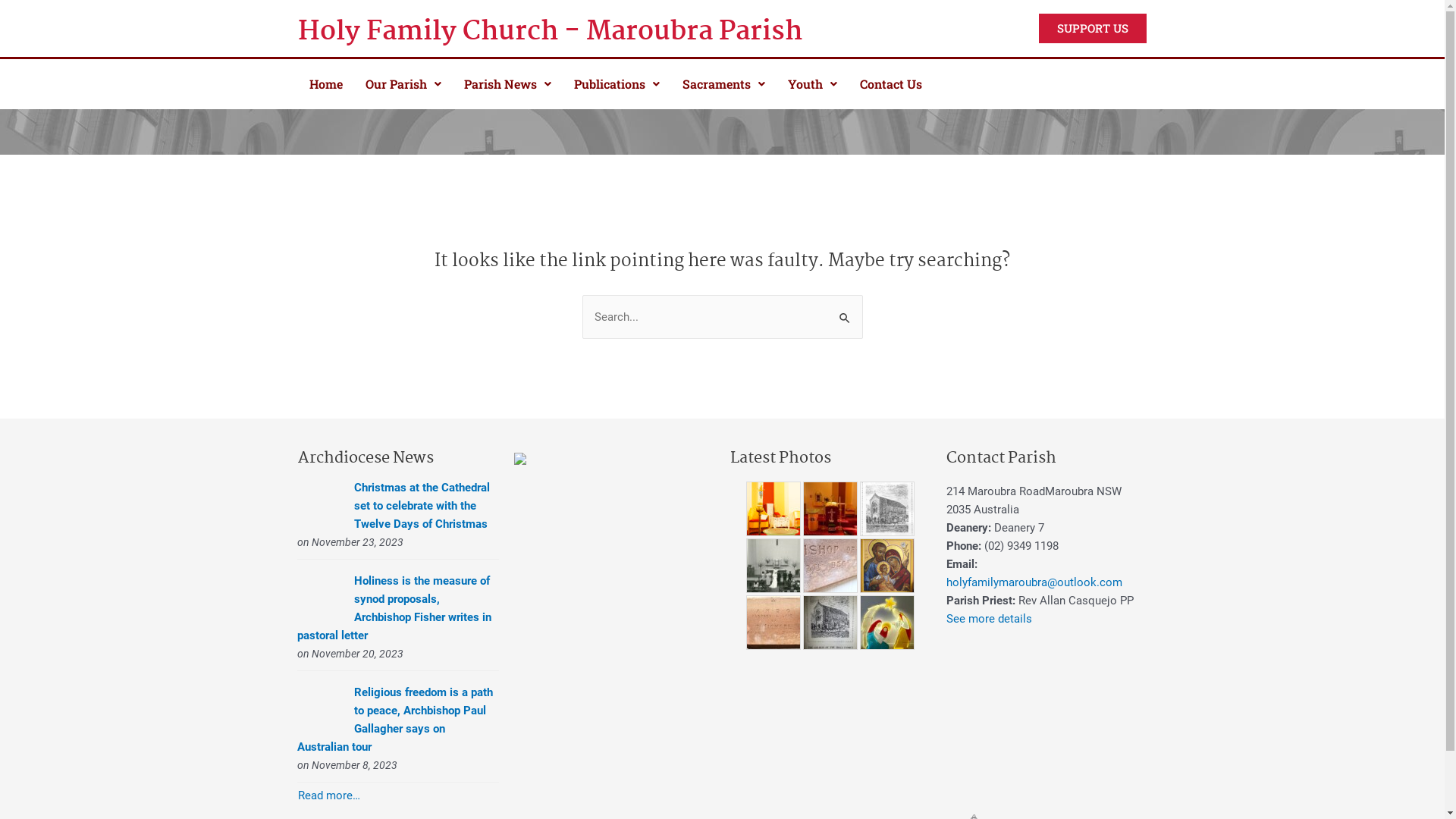  I want to click on 'Home', so click(324, 84).